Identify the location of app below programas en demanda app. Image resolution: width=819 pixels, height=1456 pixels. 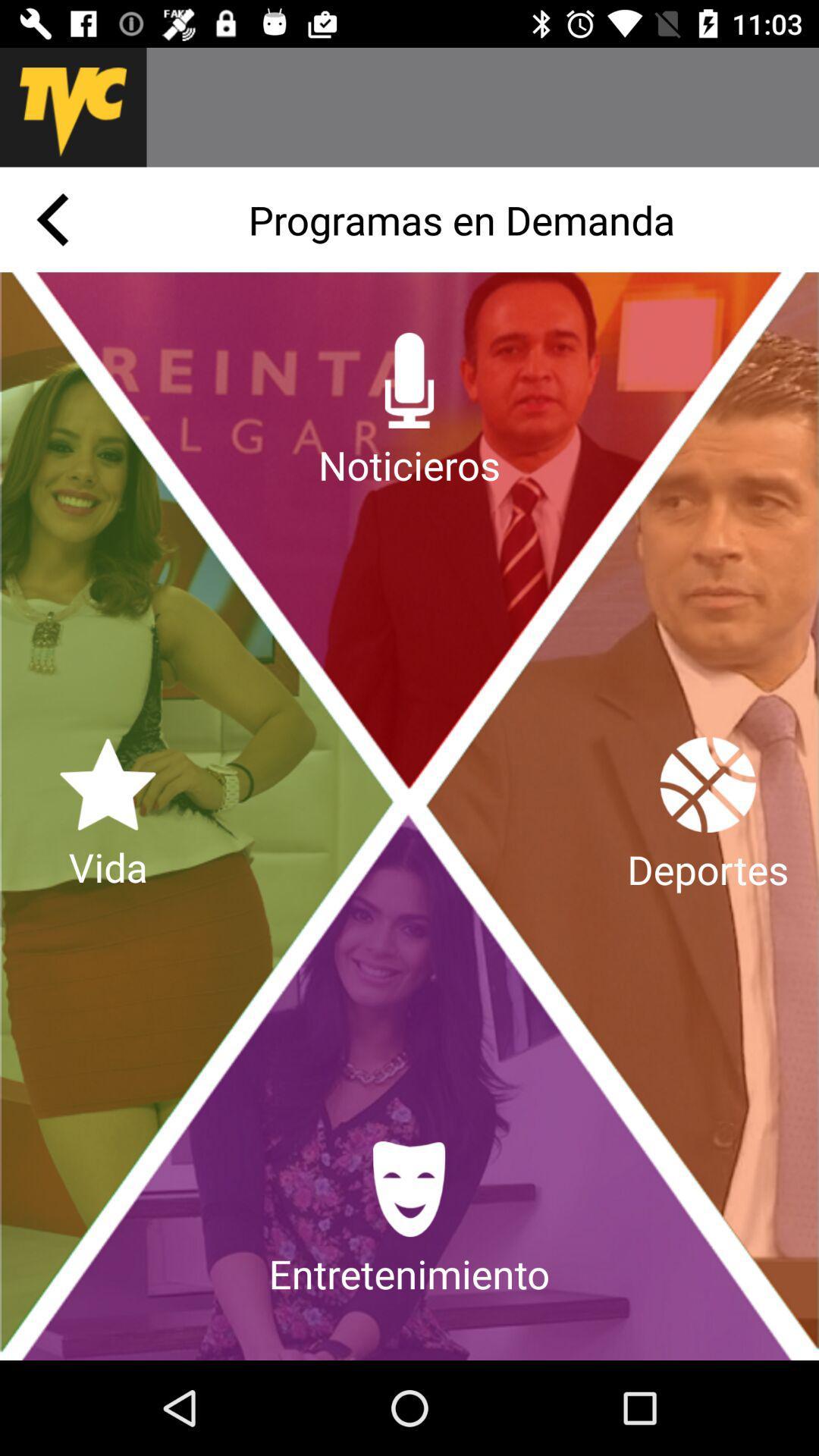
(708, 815).